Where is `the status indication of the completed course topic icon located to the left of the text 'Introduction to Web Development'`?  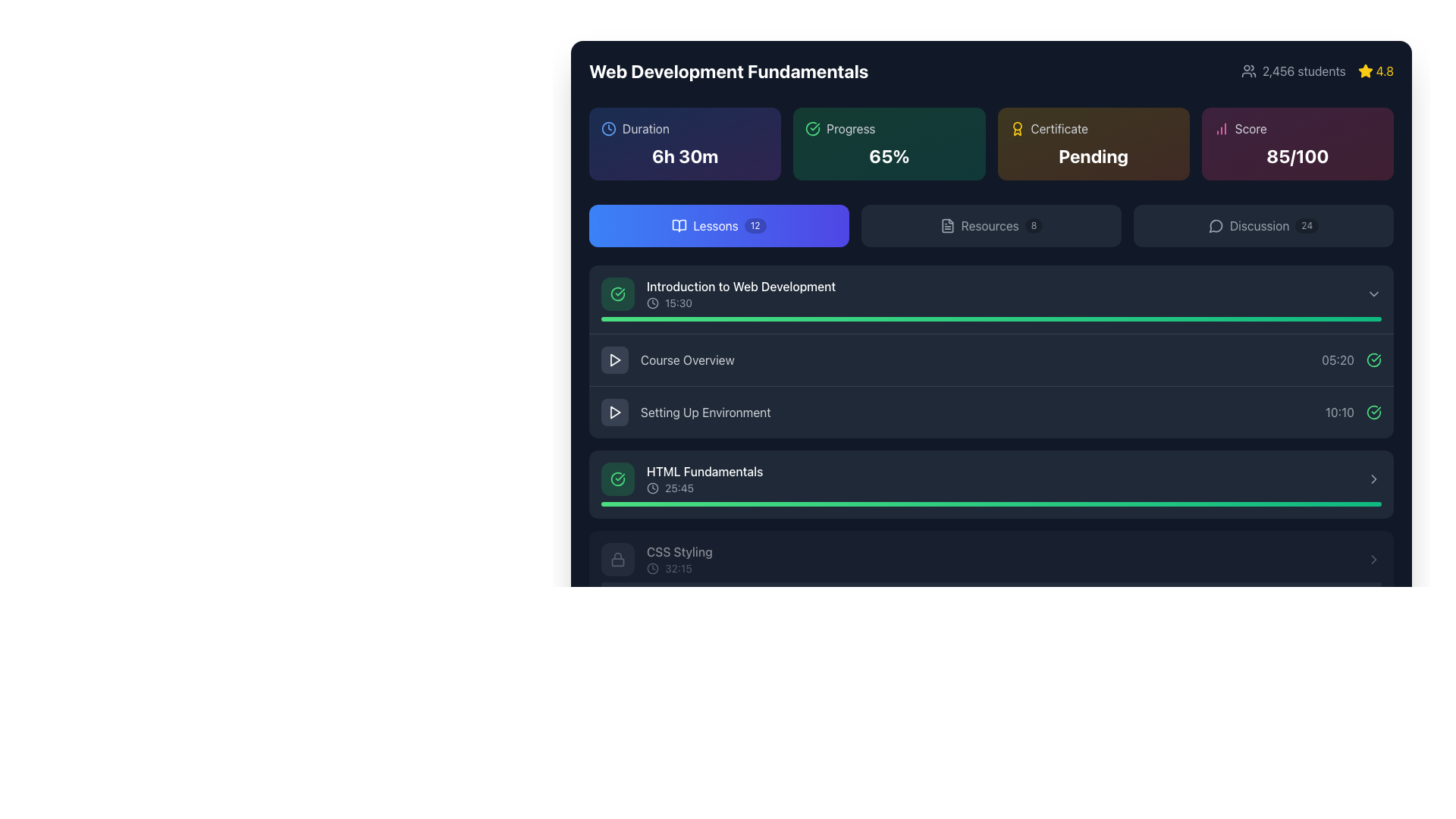
the status indication of the completed course topic icon located to the left of the text 'Introduction to Web Development' is located at coordinates (618, 294).